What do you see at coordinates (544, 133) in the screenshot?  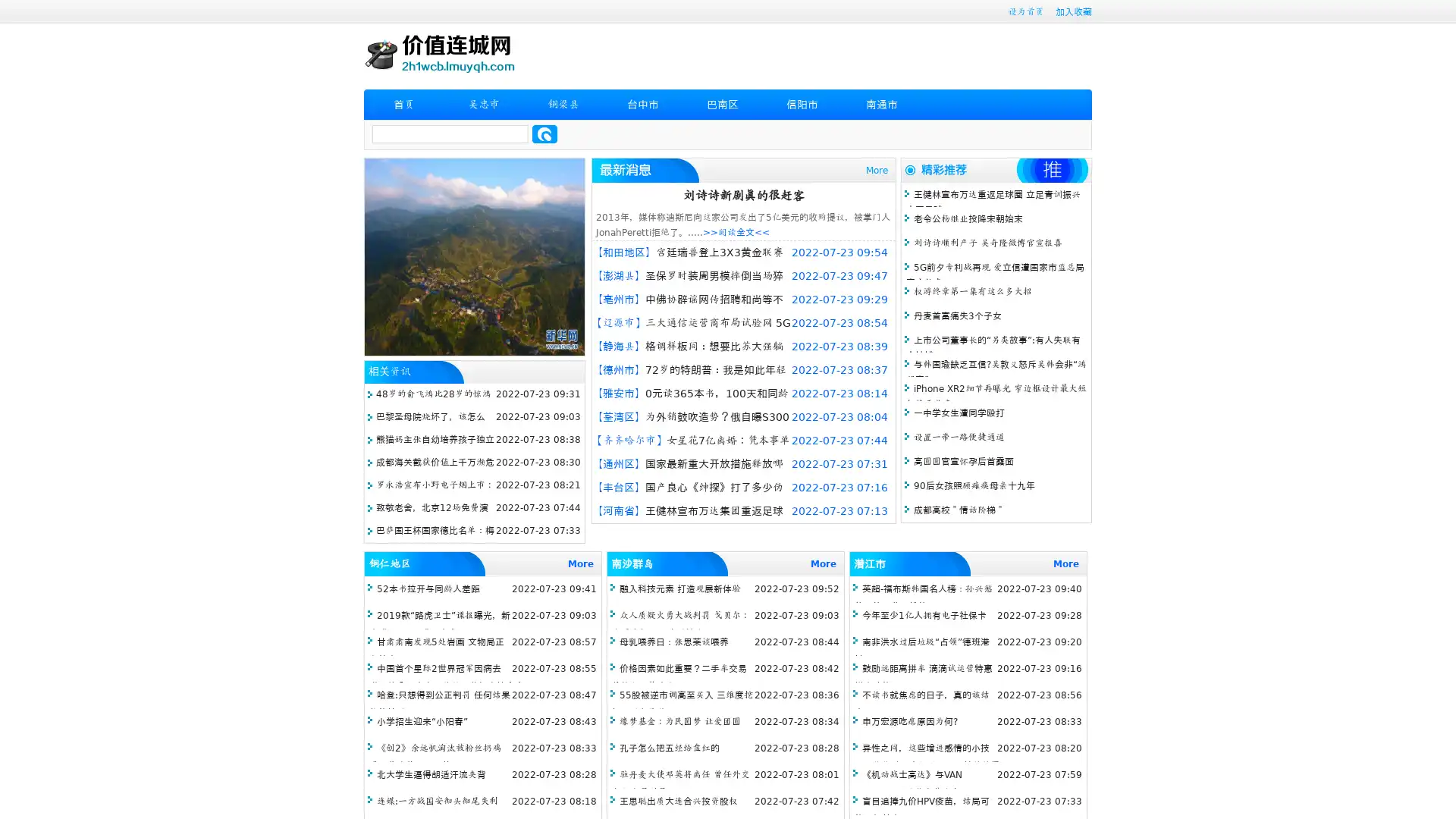 I see `Search` at bounding box center [544, 133].